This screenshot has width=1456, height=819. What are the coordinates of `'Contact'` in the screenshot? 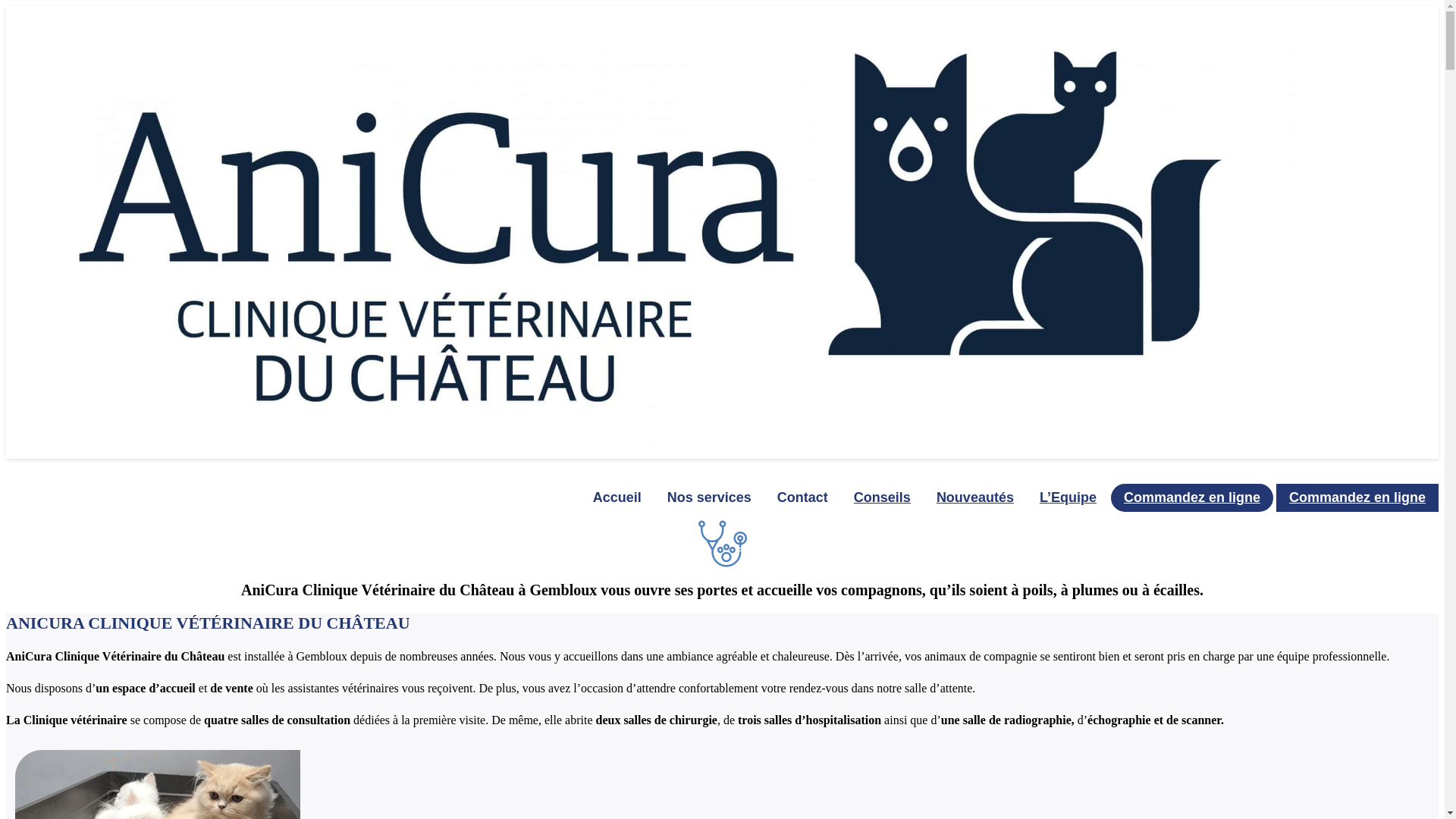 It's located at (802, 497).